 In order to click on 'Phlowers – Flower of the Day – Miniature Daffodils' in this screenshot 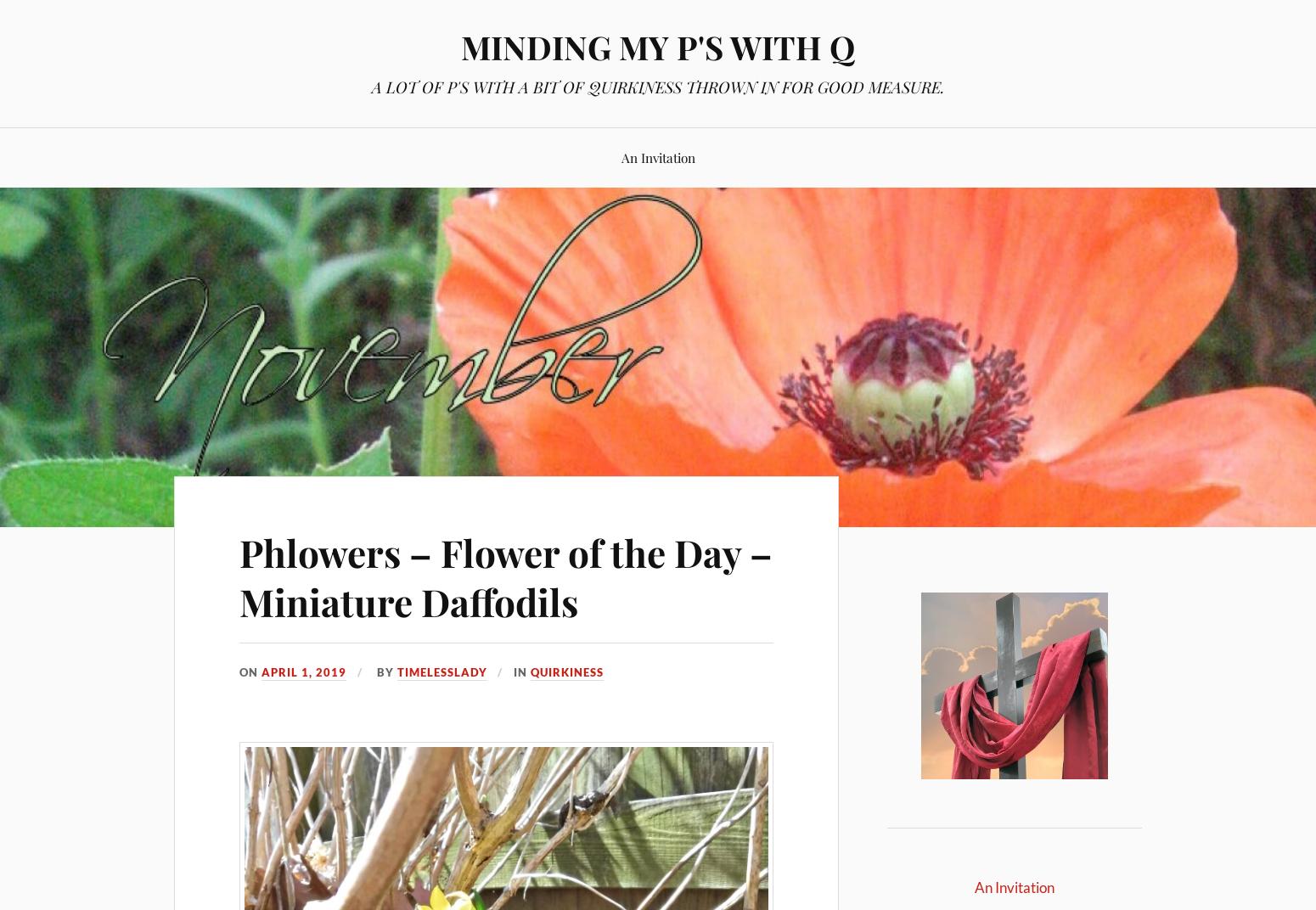, I will do `click(505, 576)`.